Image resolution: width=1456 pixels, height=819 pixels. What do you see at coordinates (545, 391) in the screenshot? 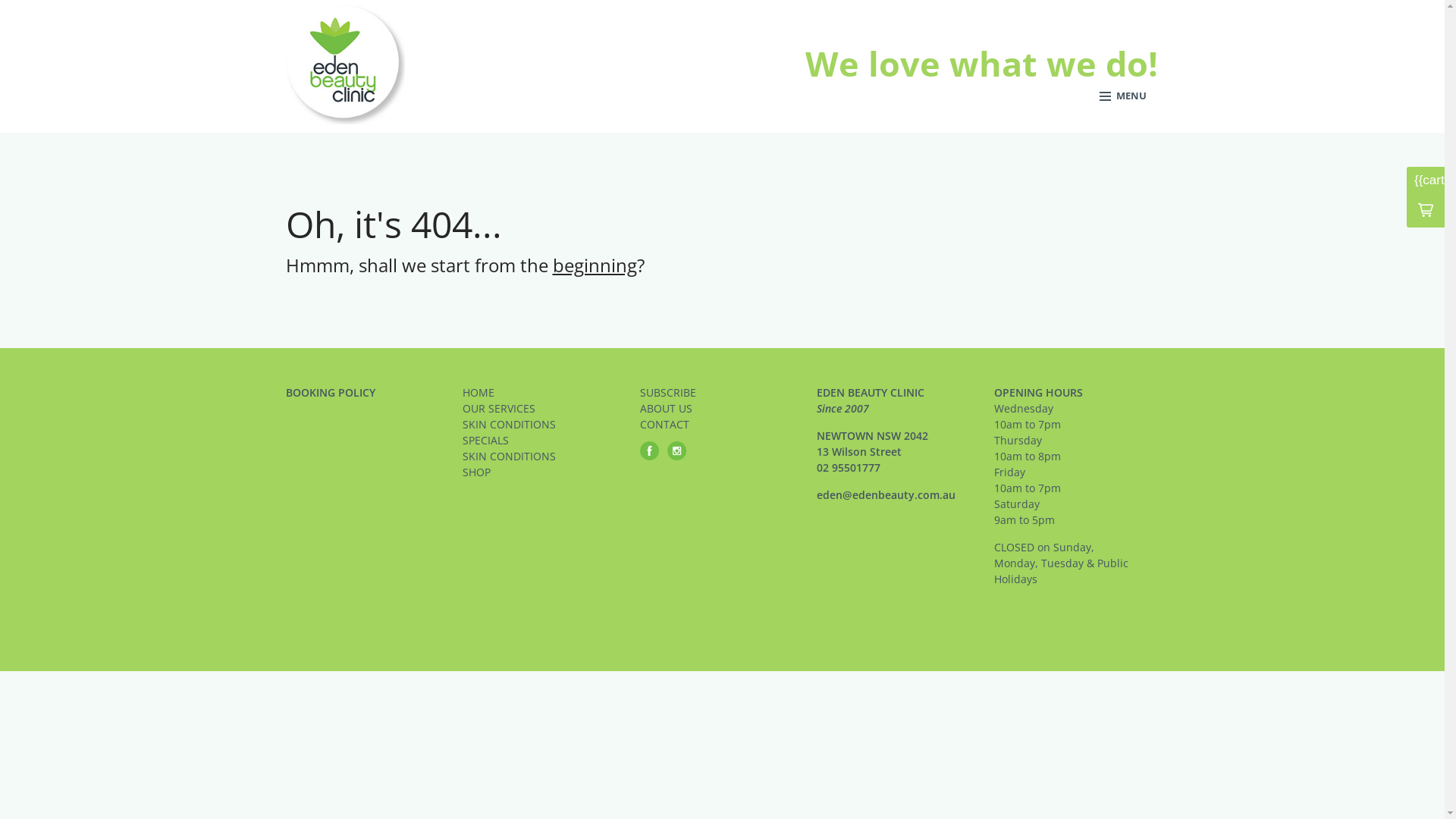
I see `'HOME'` at bounding box center [545, 391].